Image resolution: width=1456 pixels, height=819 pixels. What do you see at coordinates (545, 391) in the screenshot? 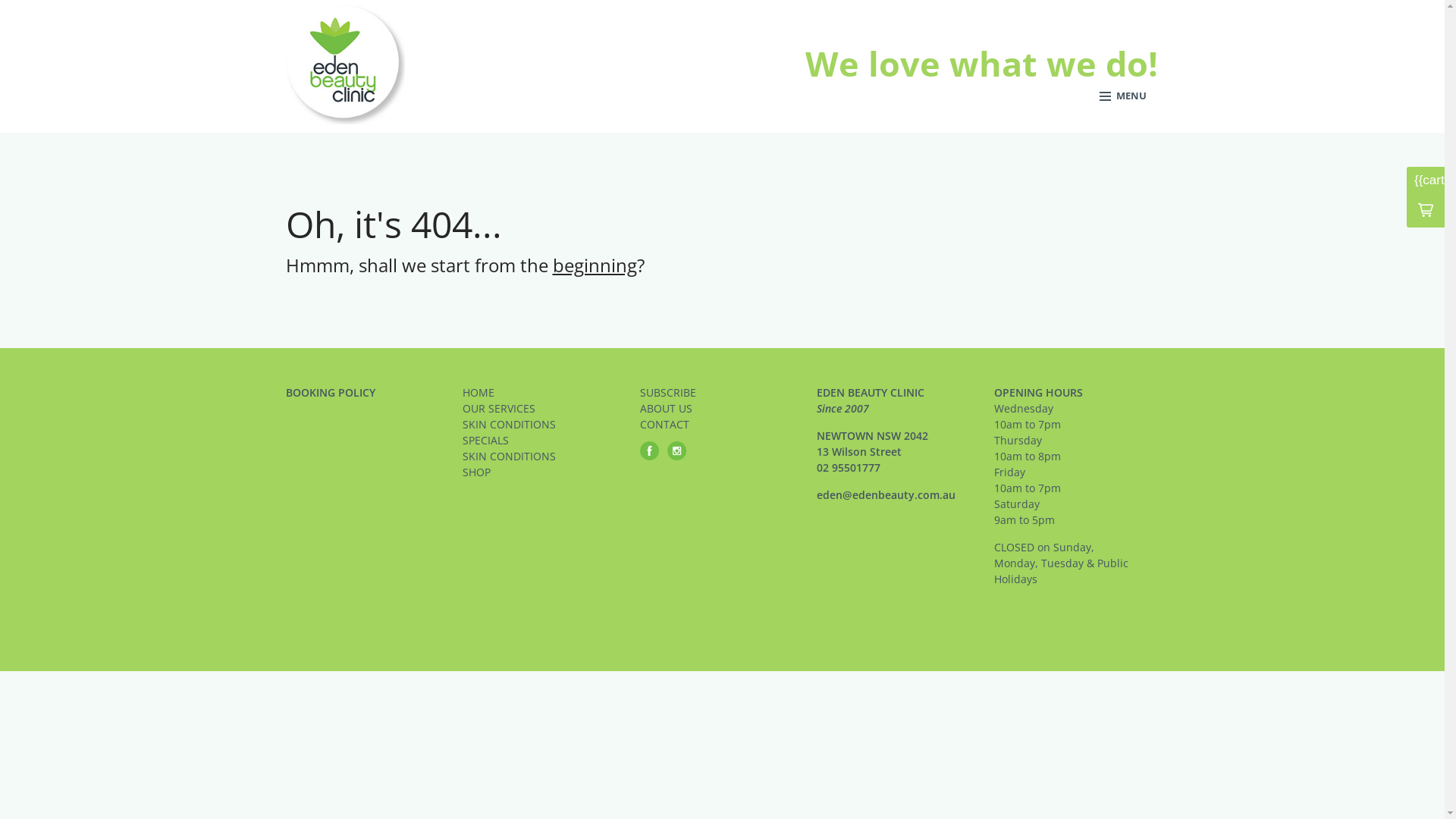
I see `'HOME'` at bounding box center [545, 391].